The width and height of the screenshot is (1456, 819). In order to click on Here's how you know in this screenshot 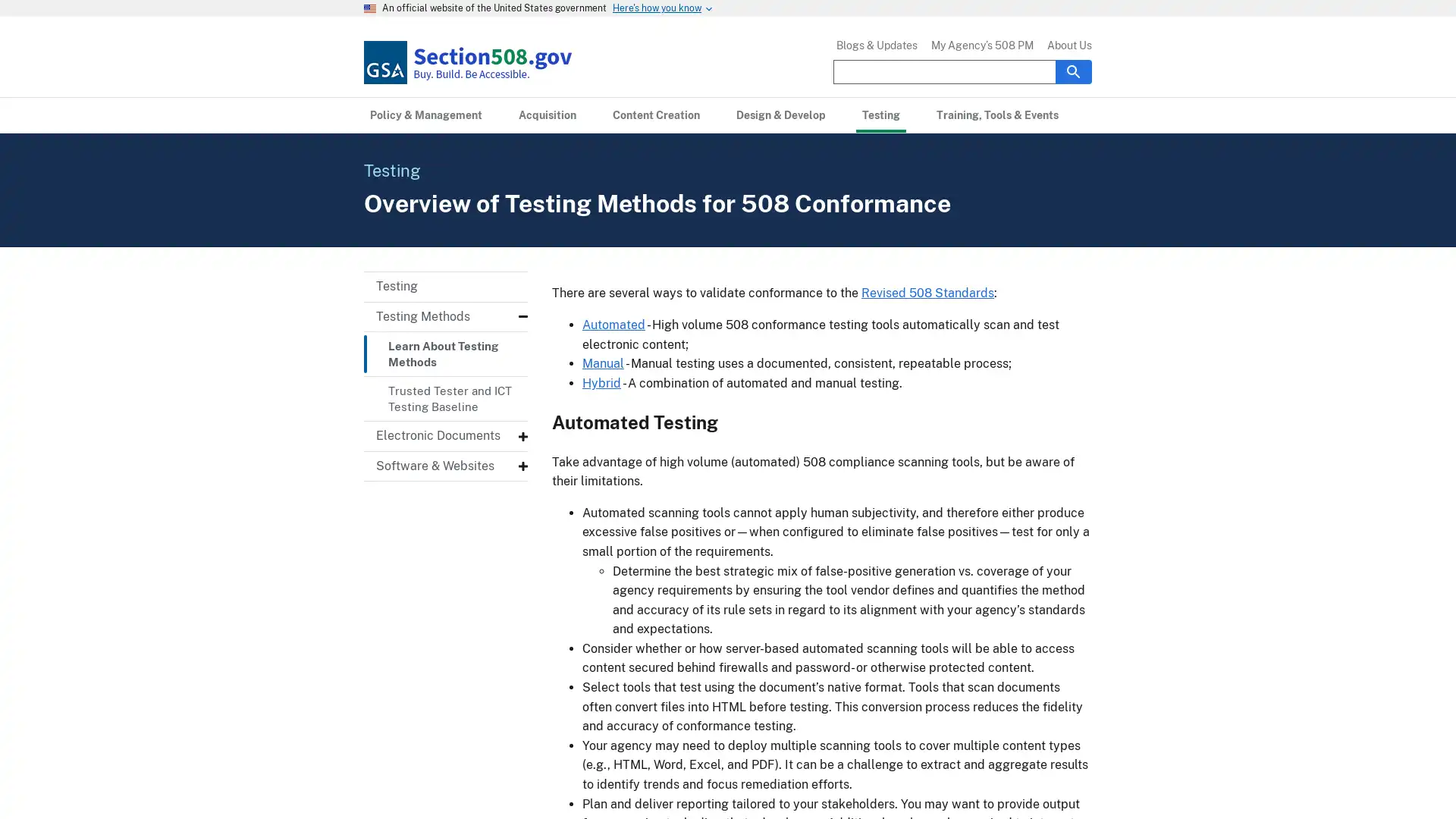, I will do `click(657, 8)`.